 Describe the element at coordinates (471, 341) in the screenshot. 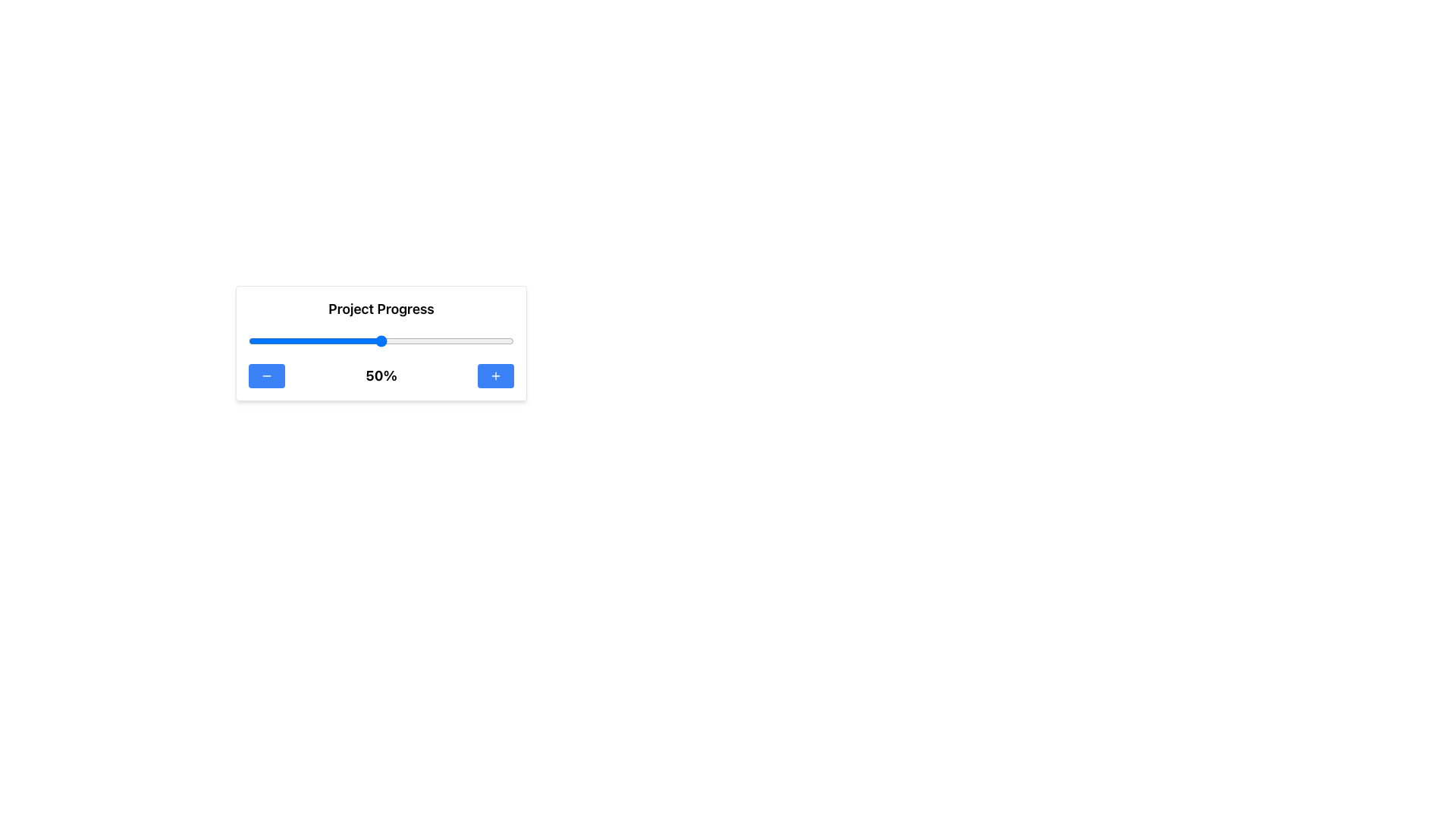

I see `the project progress` at that location.